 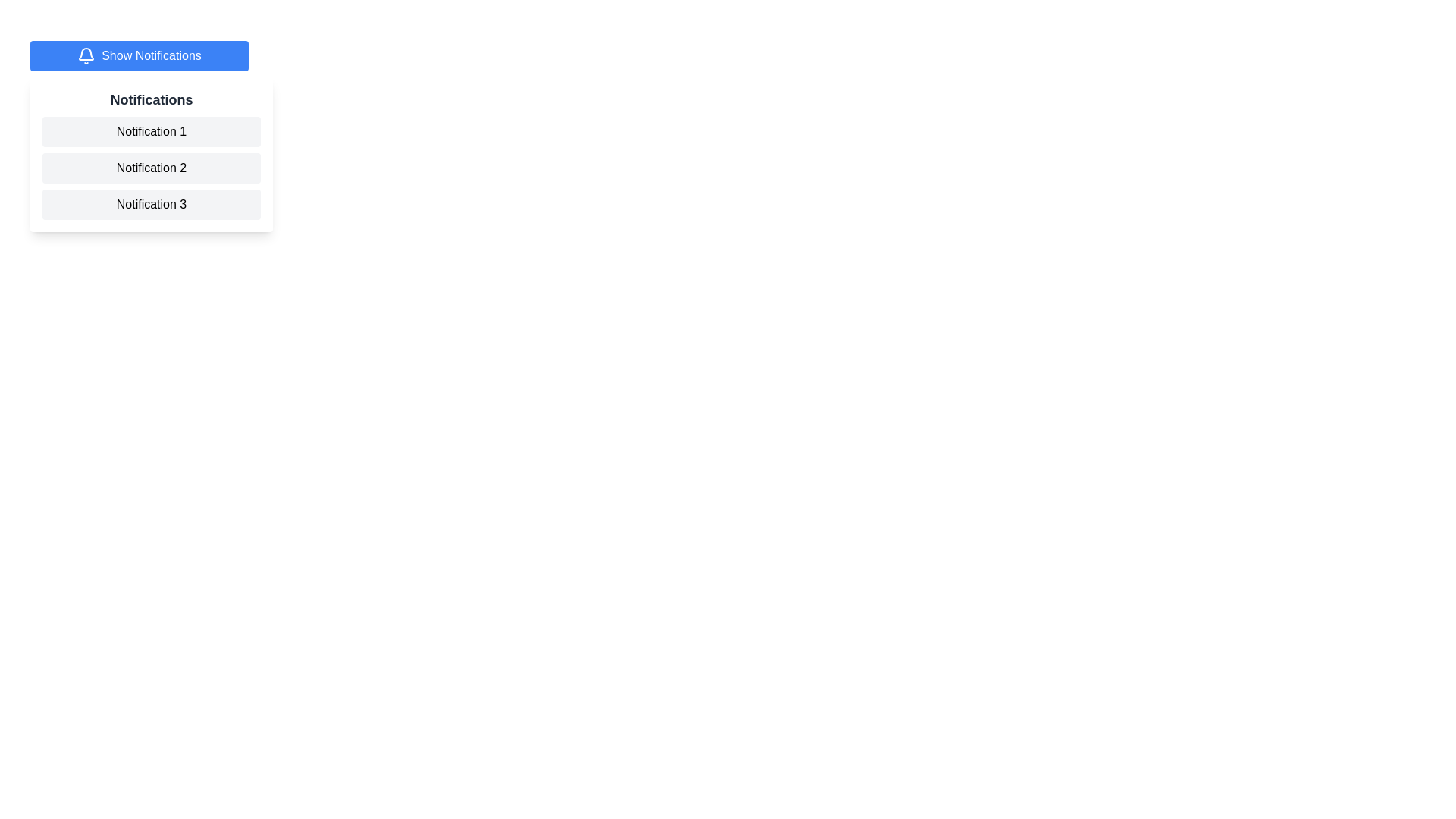 I want to click on the first notification in the list of notifications directly below the title 'Notifications', so click(x=152, y=130).